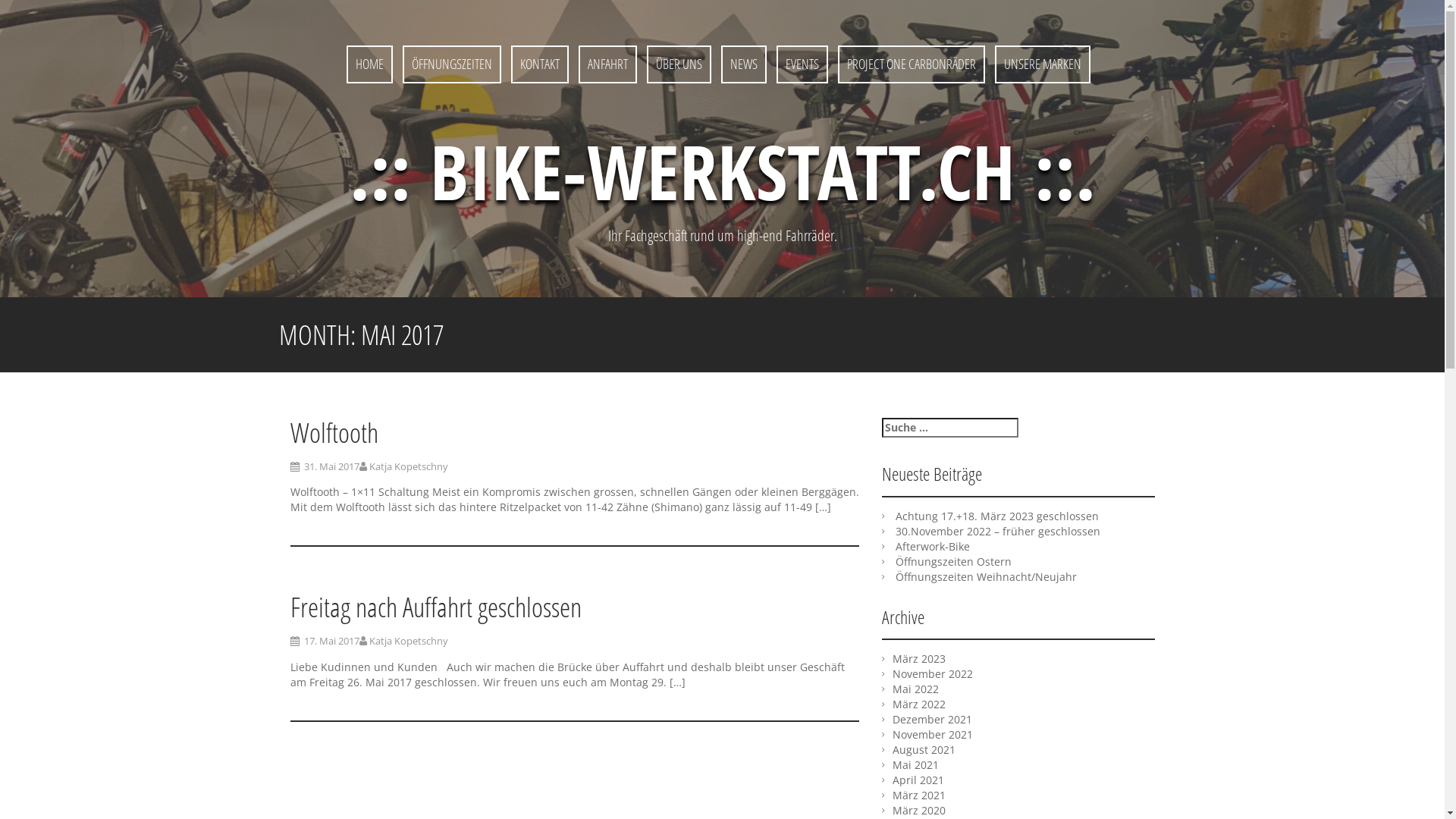  Describe the element at coordinates (369, 63) in the screenshot. I see `'HOME'` at that location.